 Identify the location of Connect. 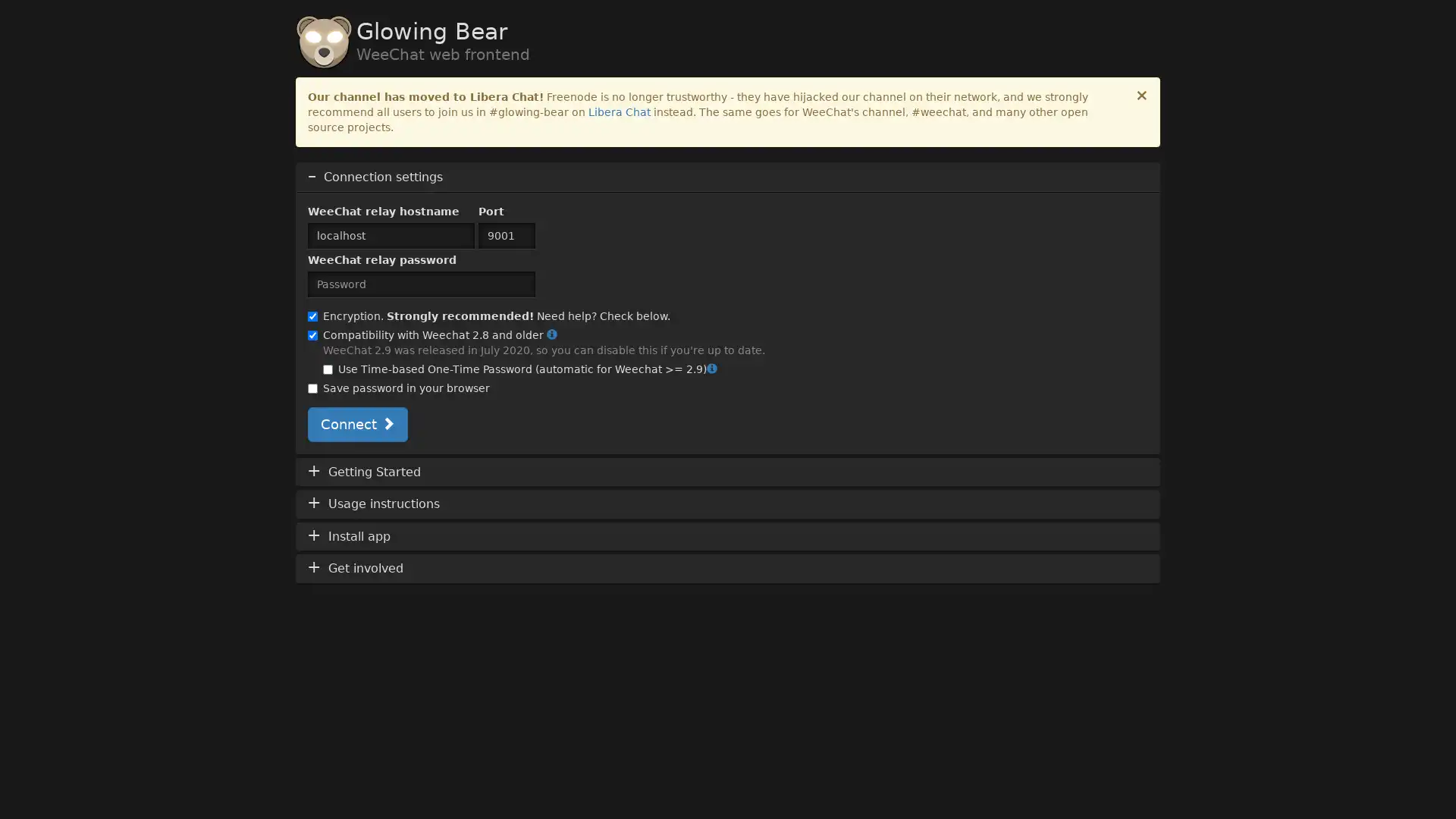
(356, 424).